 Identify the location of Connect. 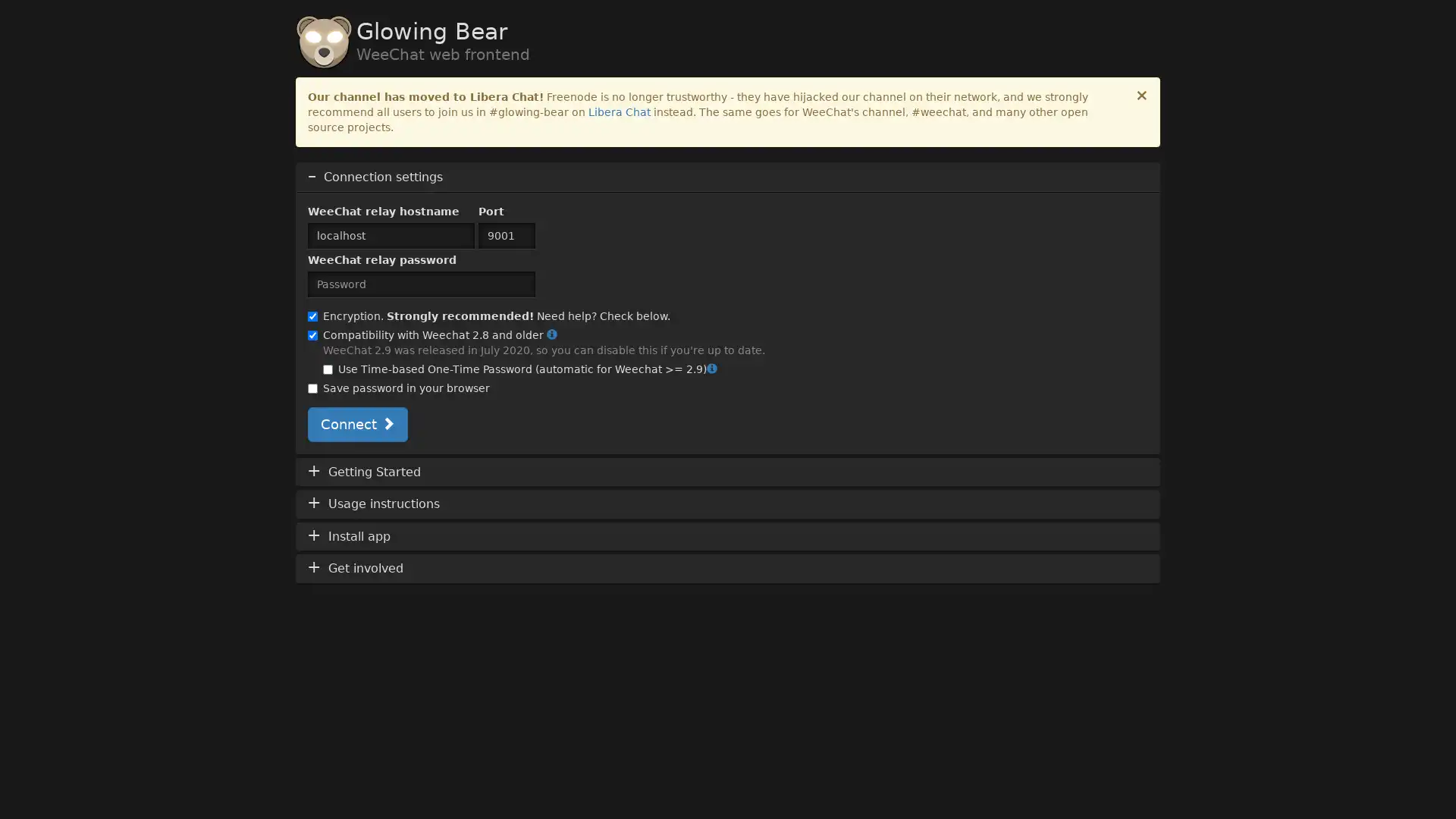
(356, 424).